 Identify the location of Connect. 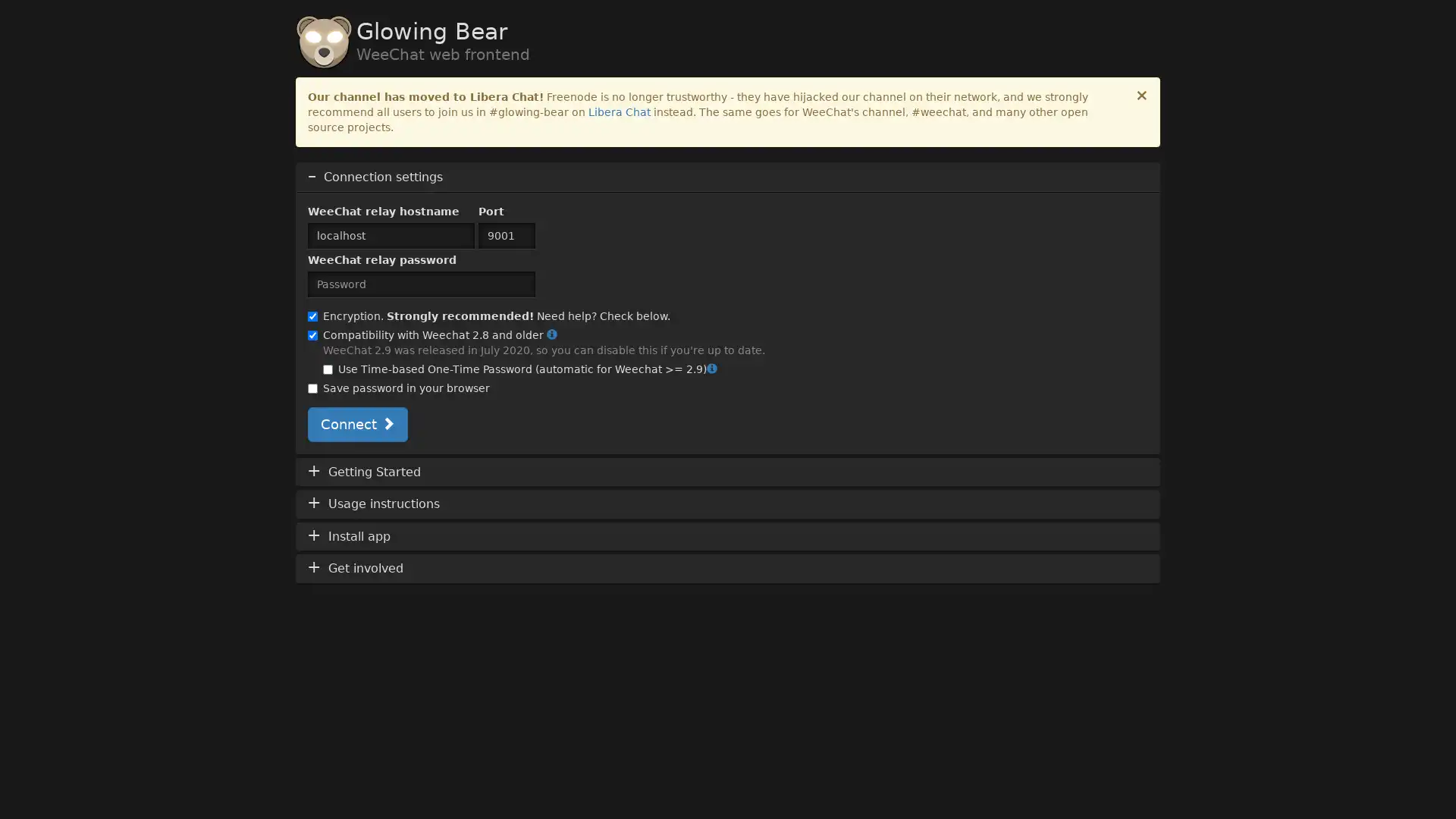
(356, 424).